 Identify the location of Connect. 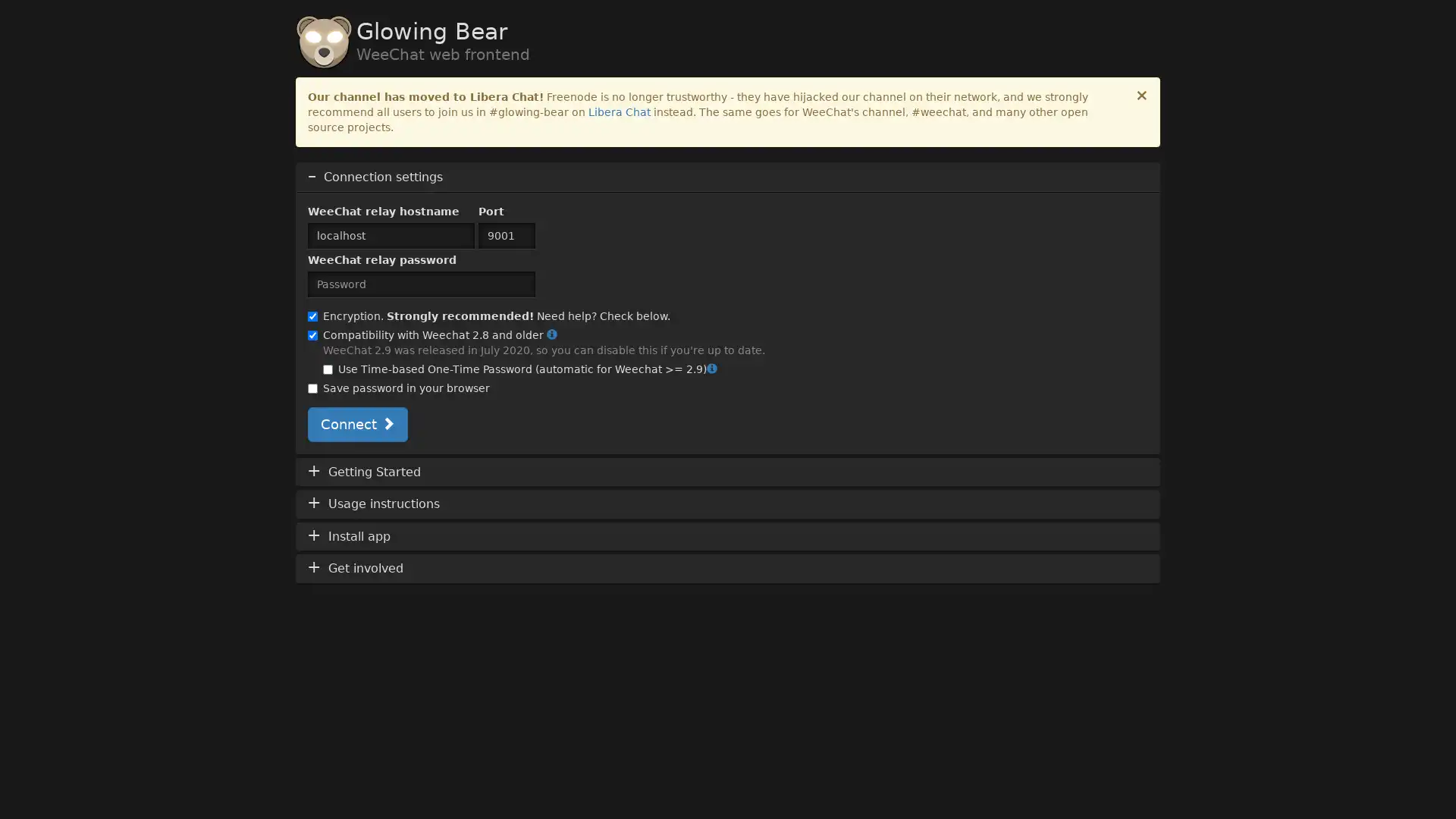
(356, 424).